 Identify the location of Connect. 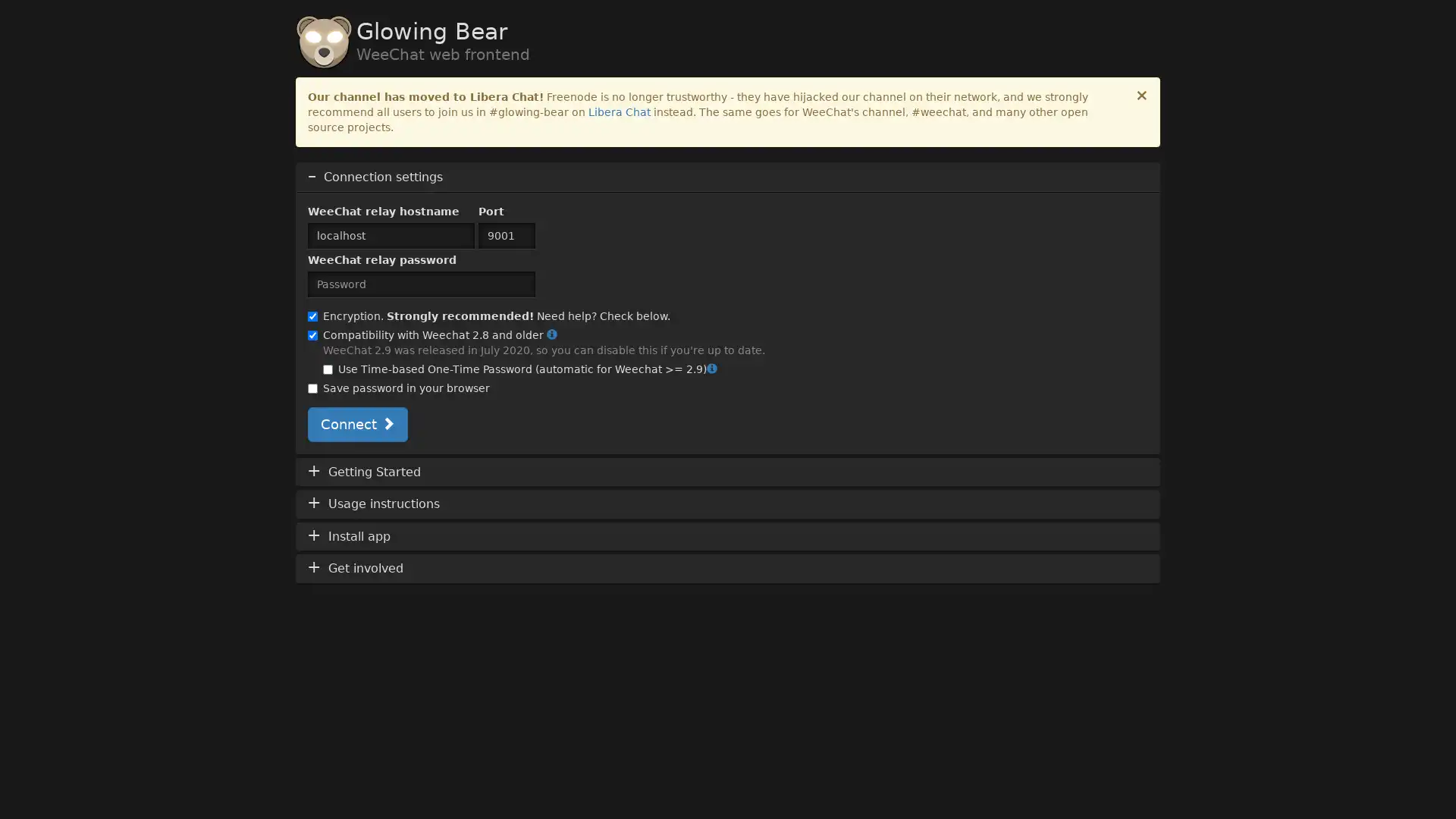
(356, 424).